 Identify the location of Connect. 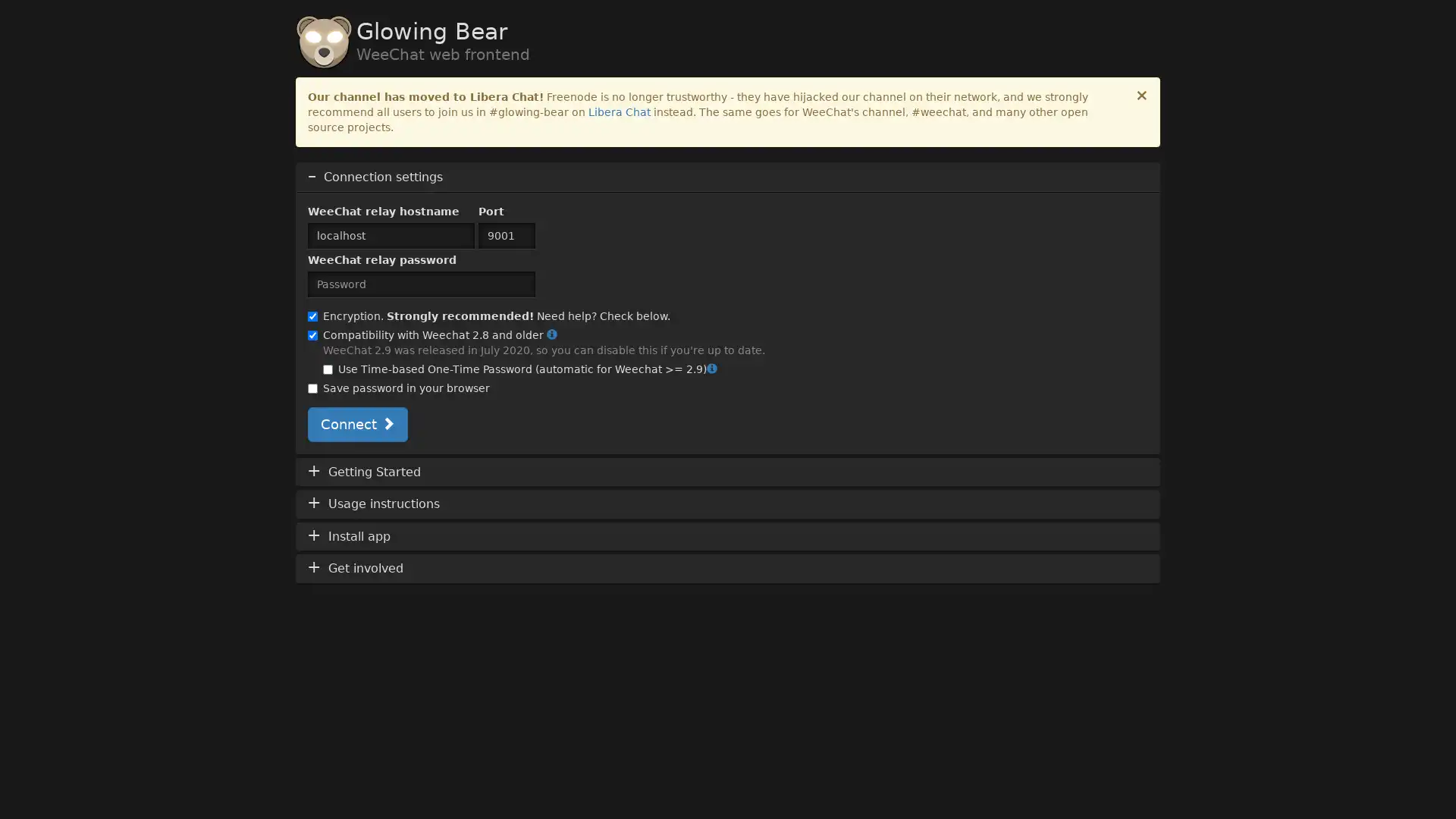
(356, 424).